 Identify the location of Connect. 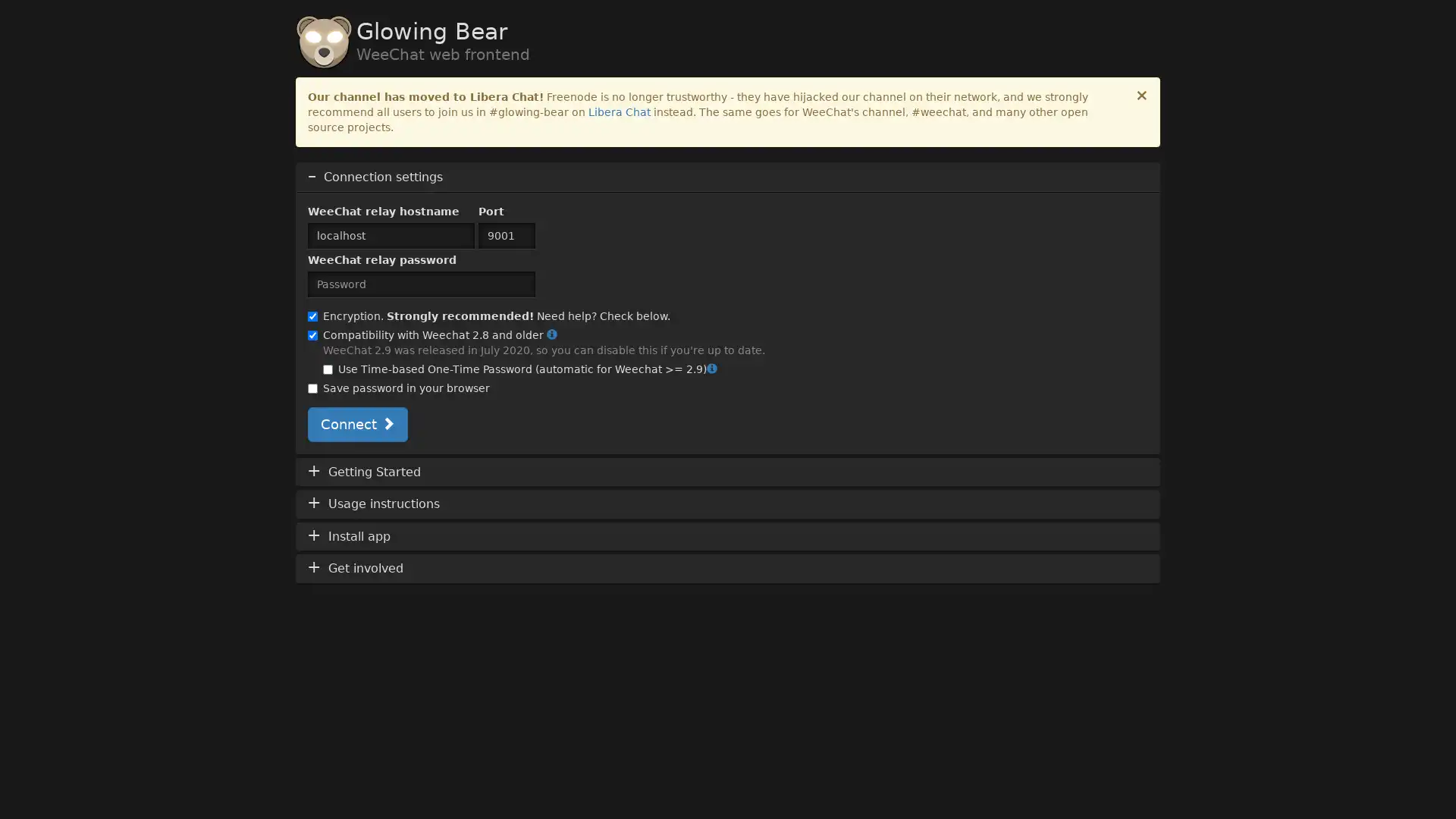
(356, 424).